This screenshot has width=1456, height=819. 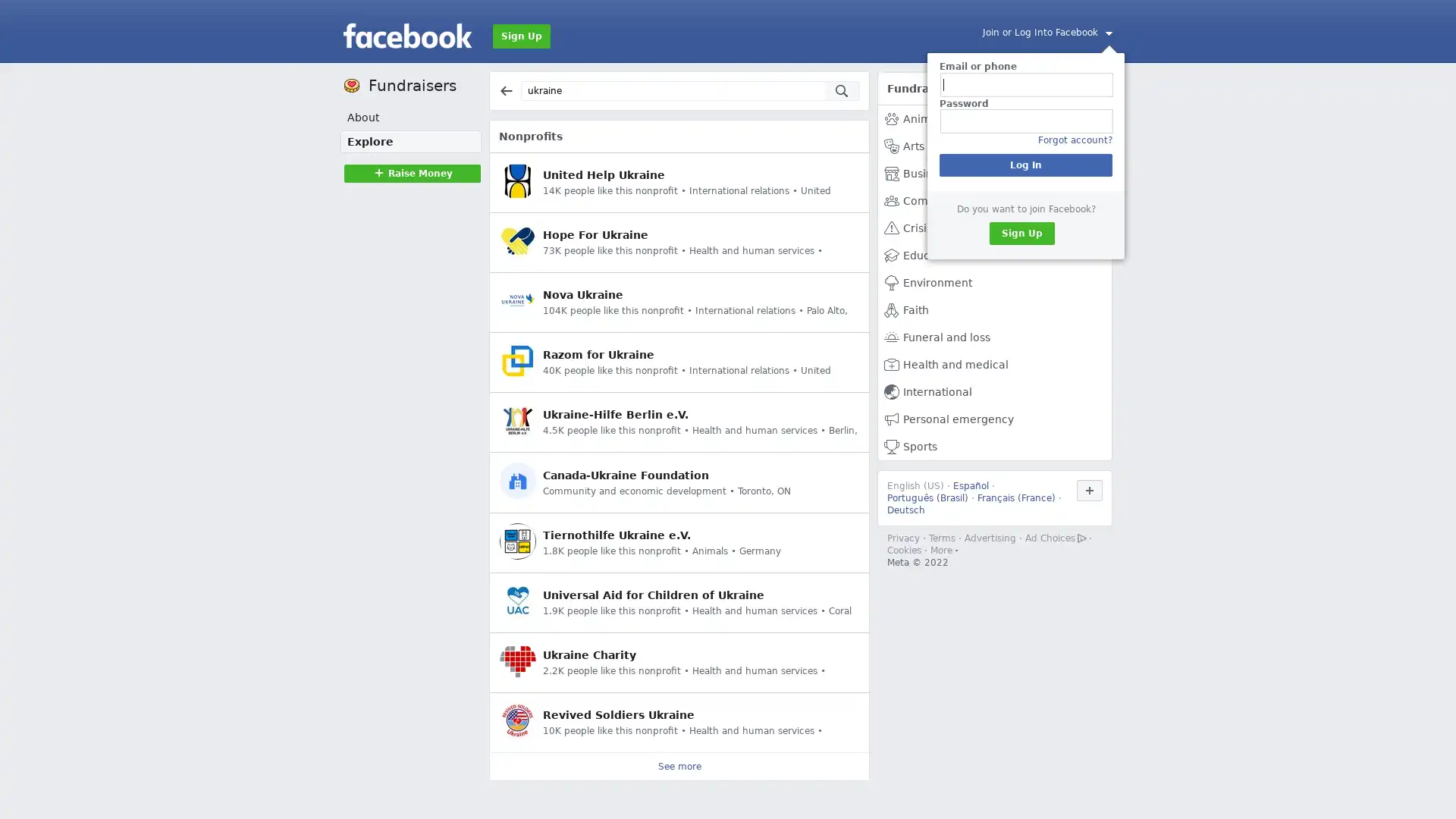 I want to click on Use Facebook in another language., so click(x=1088, y=491).